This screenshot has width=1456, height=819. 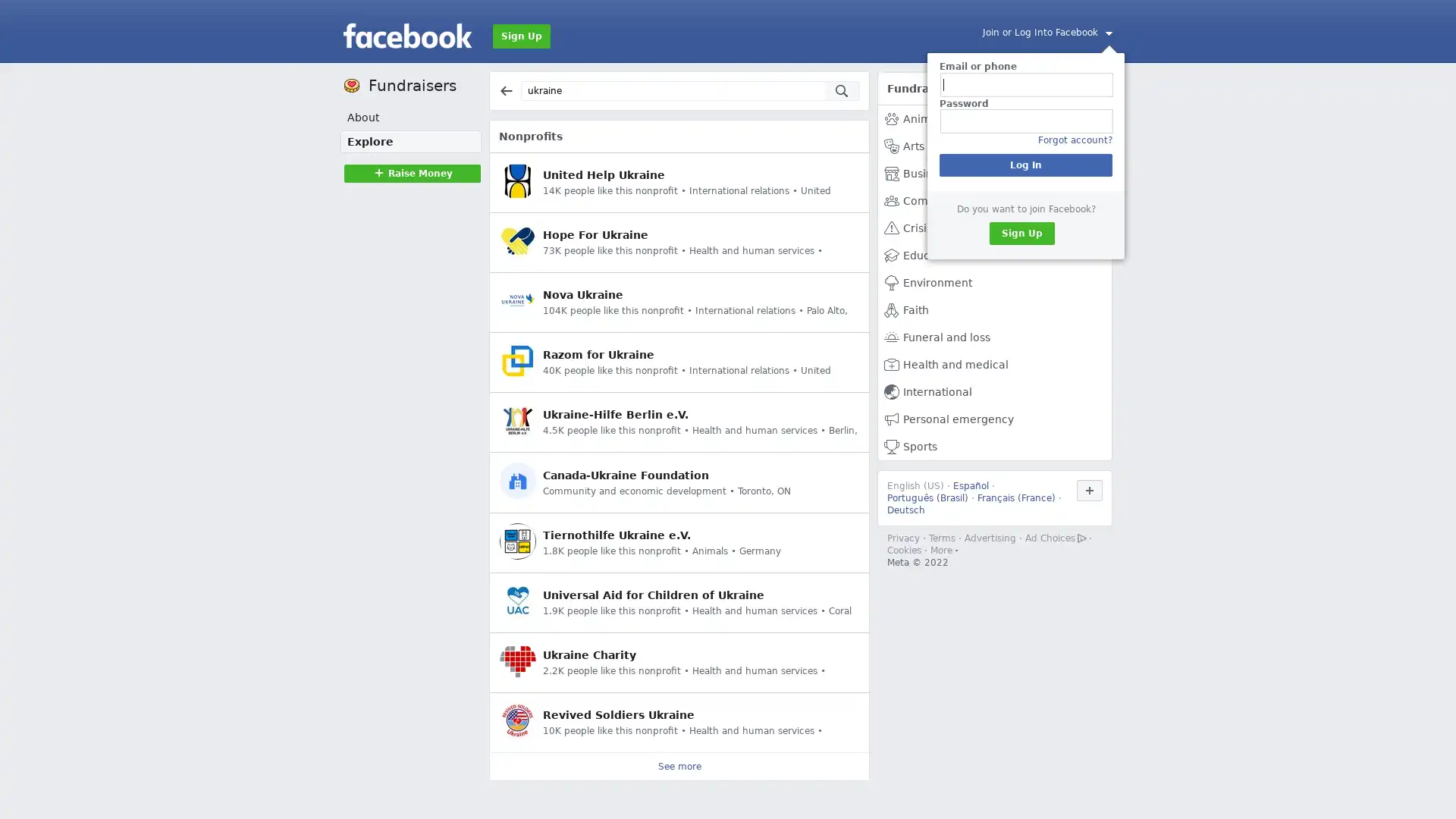 I want to click on Use Facebook in another language., so click(x=1088, y=491).